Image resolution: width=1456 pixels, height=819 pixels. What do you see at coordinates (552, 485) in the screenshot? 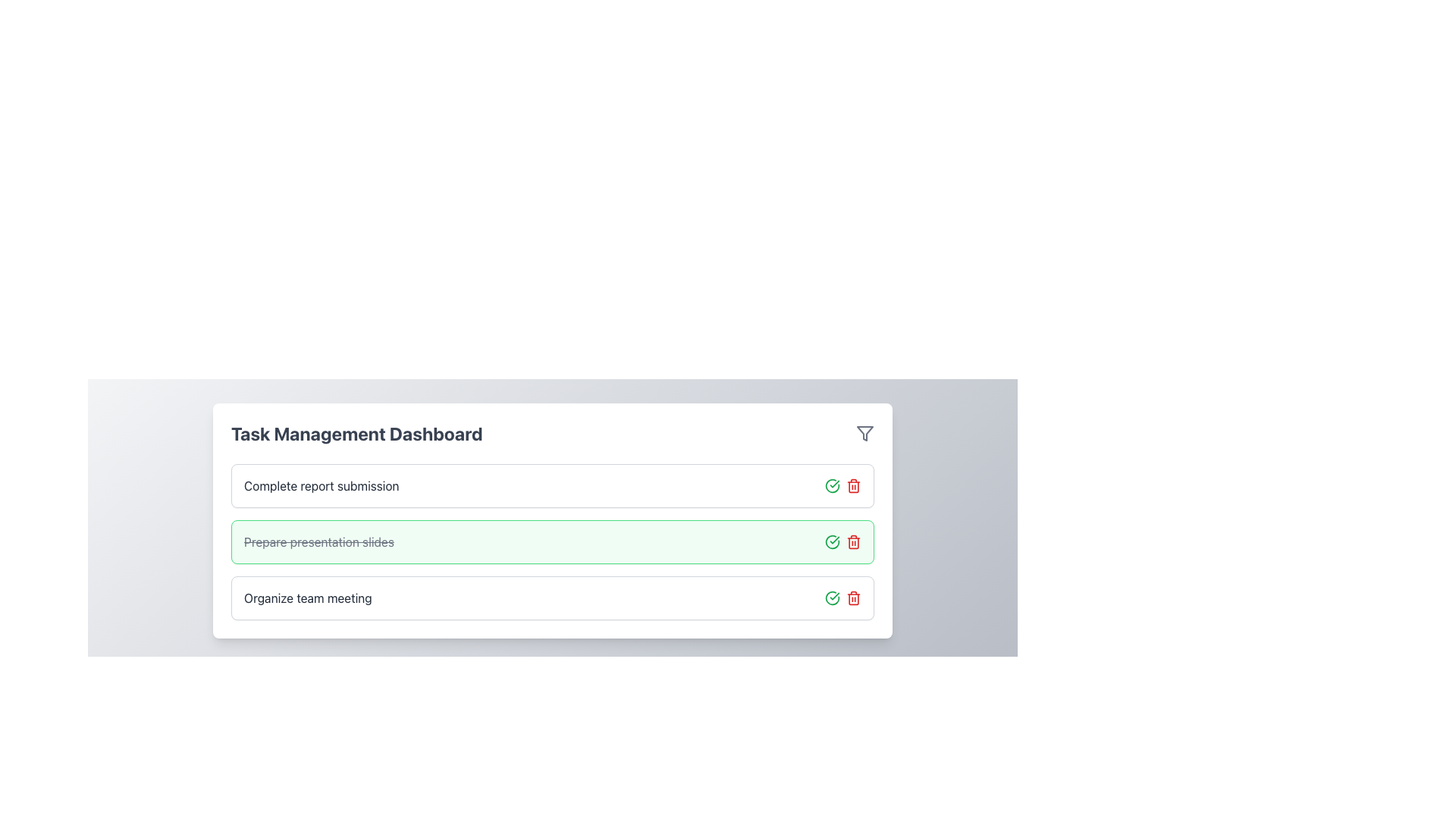
I see `the task labeled 'Complete report submission'` at bounding box center [552, 485].